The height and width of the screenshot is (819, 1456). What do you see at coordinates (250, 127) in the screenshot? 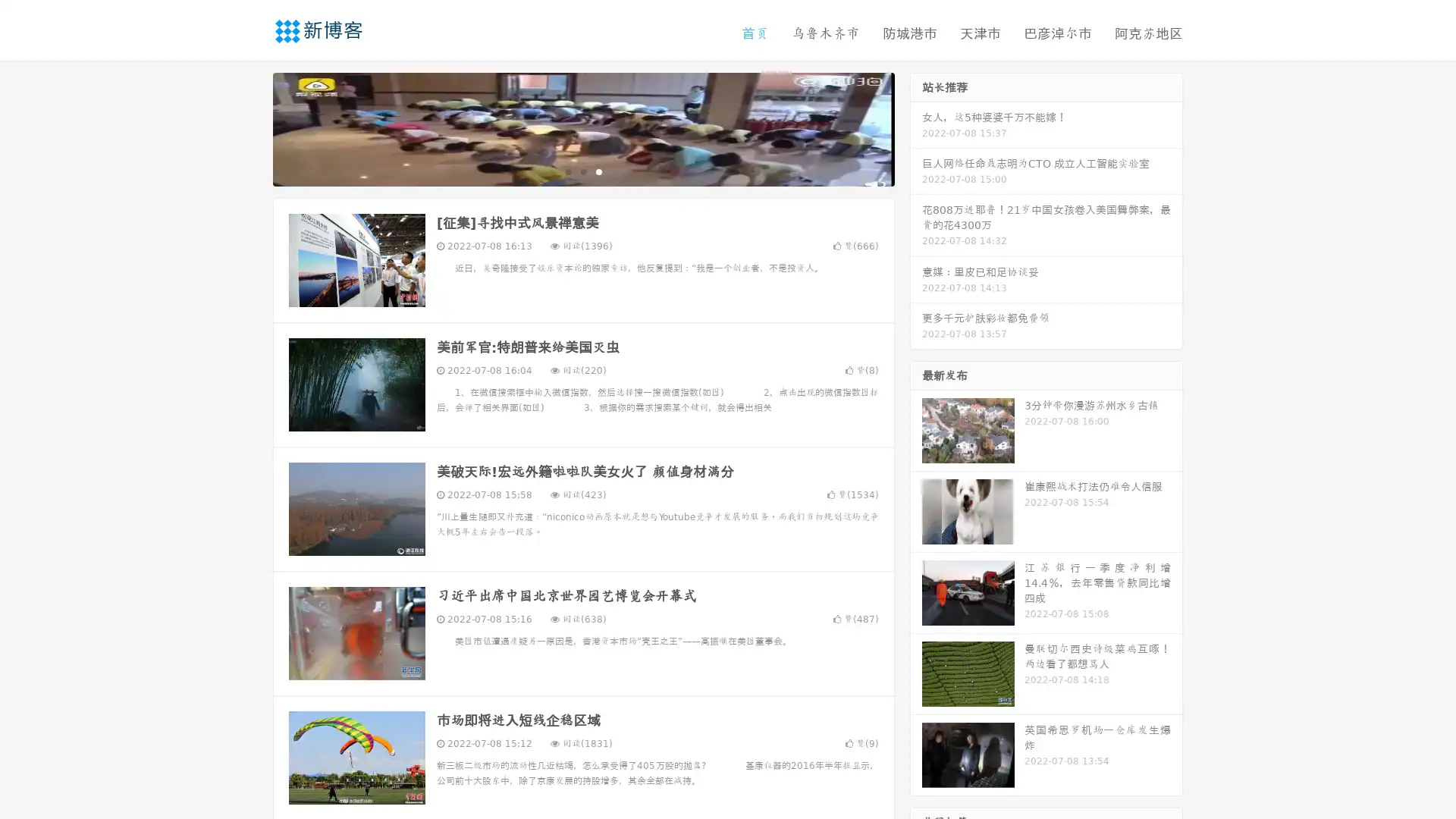
I see `Previous slide` at bounding box center [250, 127].